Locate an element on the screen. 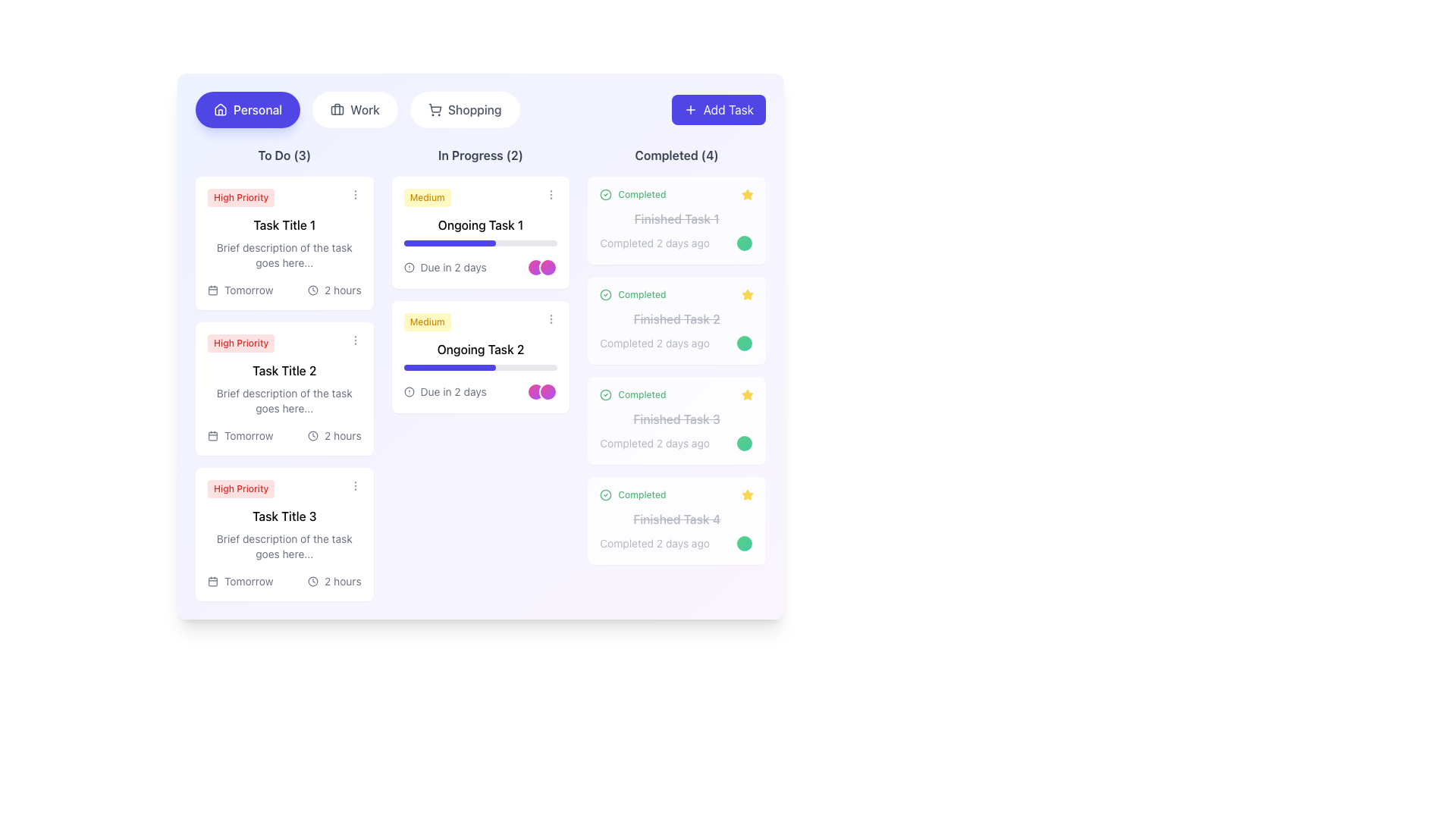  text label indicating the third completed task in the Completed tasks section of the application is located at coordinates (676, 419).